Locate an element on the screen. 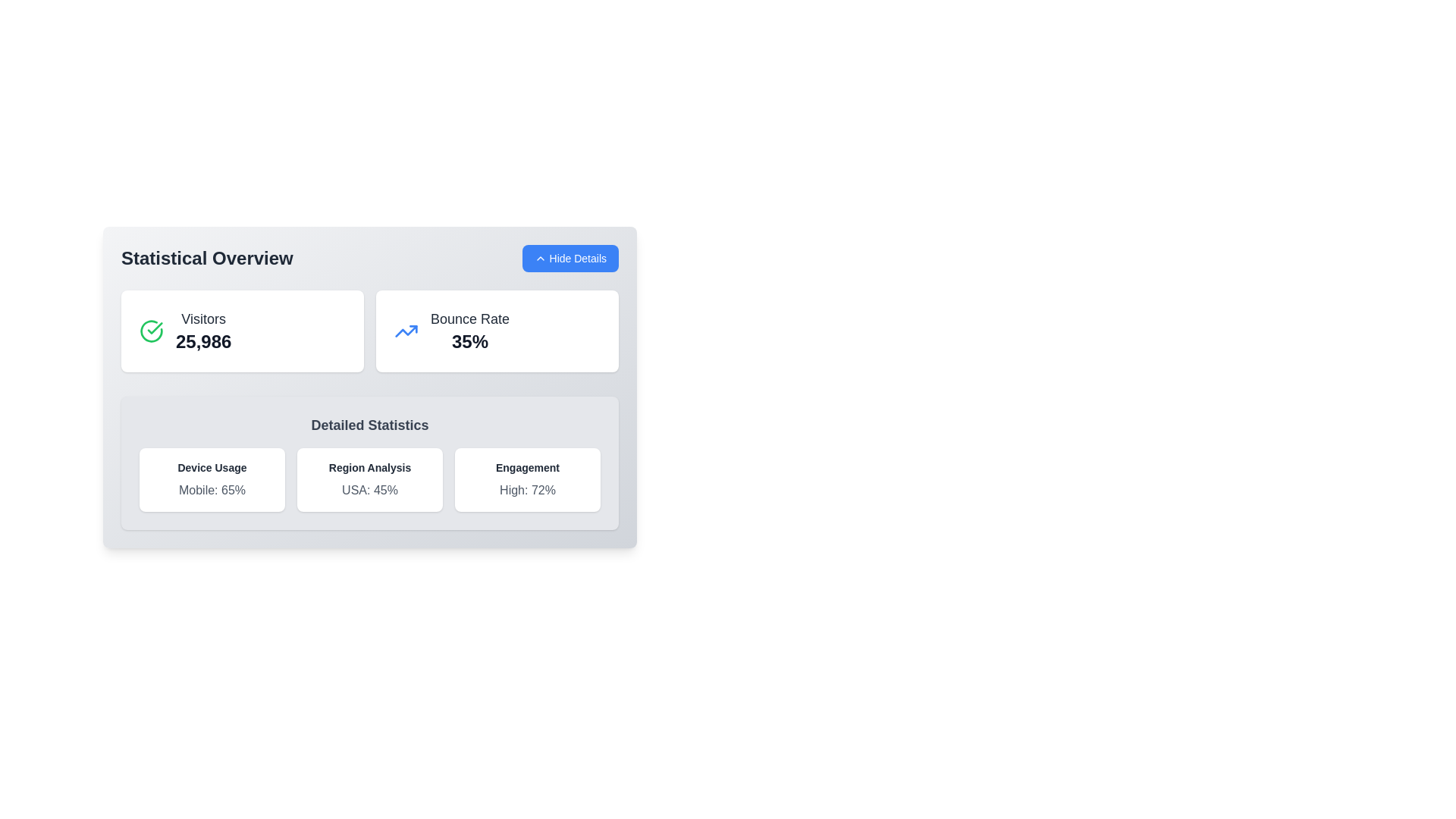  the Informational panel labeled 'Region Analysis' is located at coordinates (370, 479).